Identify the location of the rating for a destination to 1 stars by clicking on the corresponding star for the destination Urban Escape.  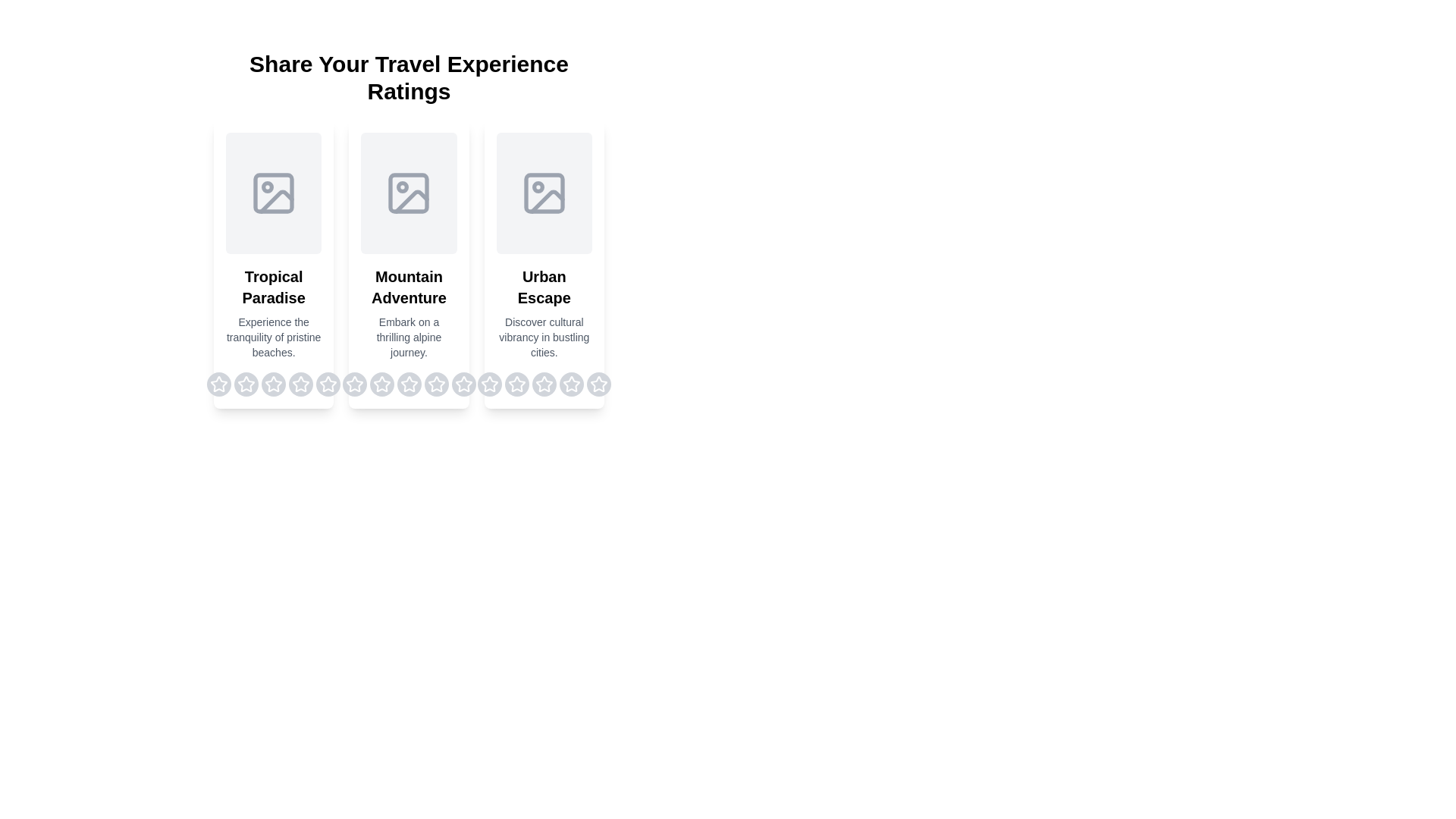
(489, 383).